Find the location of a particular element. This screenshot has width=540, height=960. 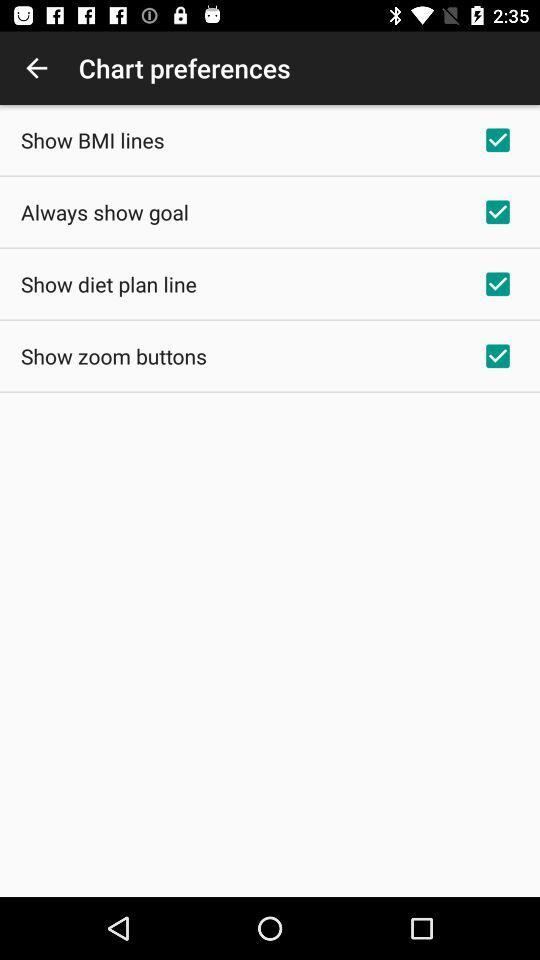

icon below show diet plan is located at coordinates (113, 356).